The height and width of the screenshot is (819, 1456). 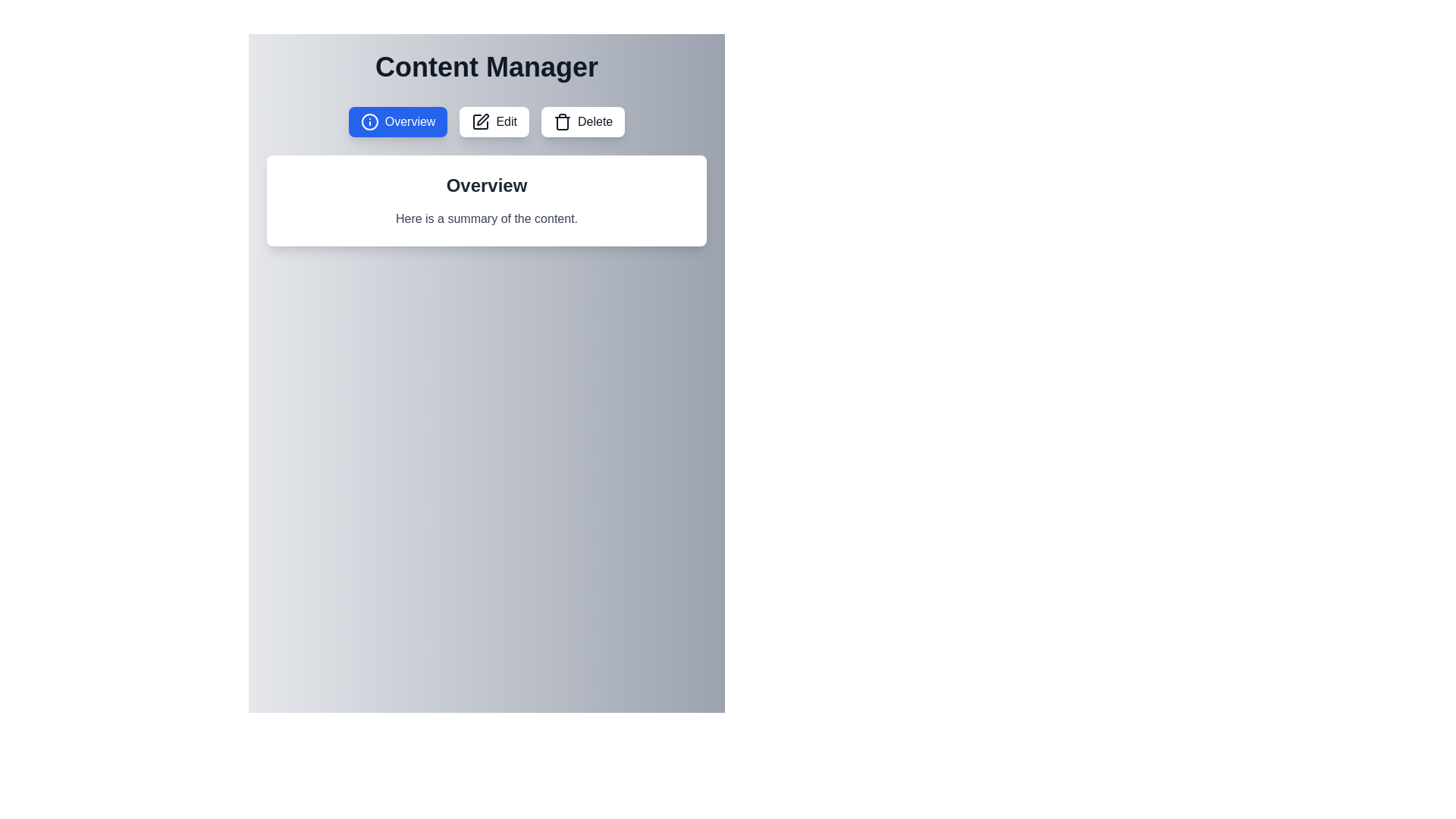 I want to click on the Delete button, so click(x=582, y=121).